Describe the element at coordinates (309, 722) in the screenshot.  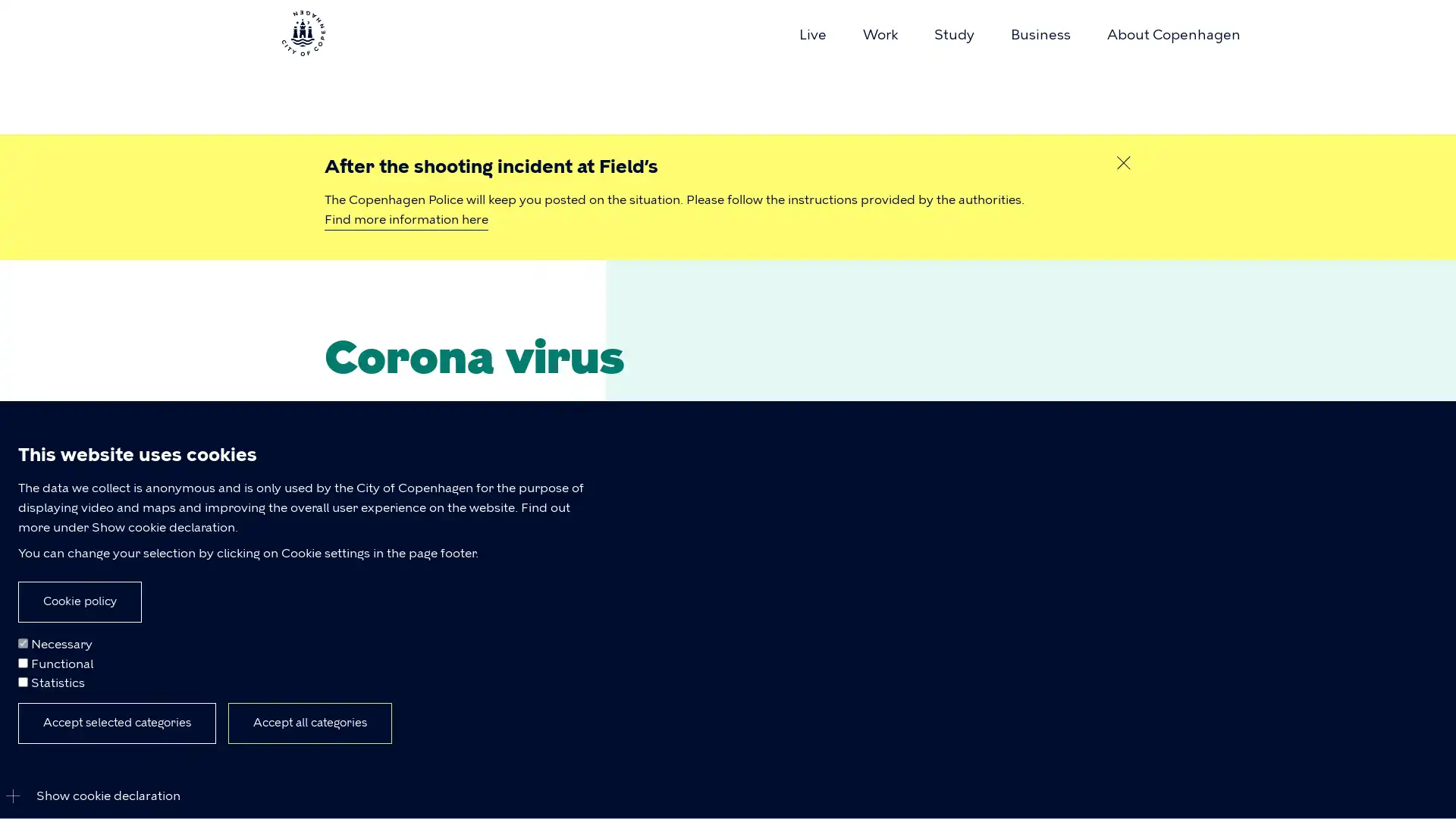
I see `Accept all categories` at that location.